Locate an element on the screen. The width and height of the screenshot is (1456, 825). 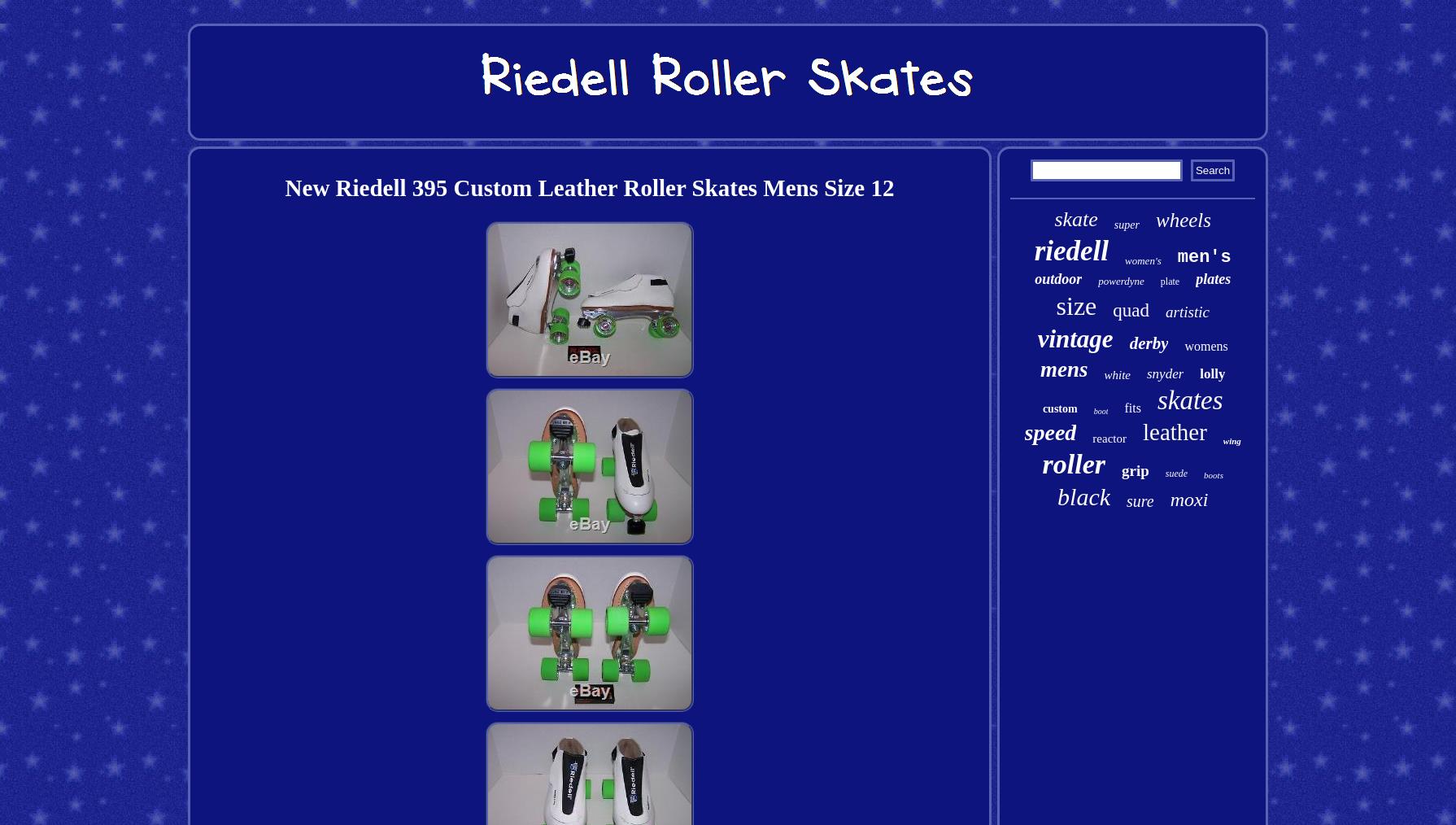
'black' is located at coordinates (1083, 496).